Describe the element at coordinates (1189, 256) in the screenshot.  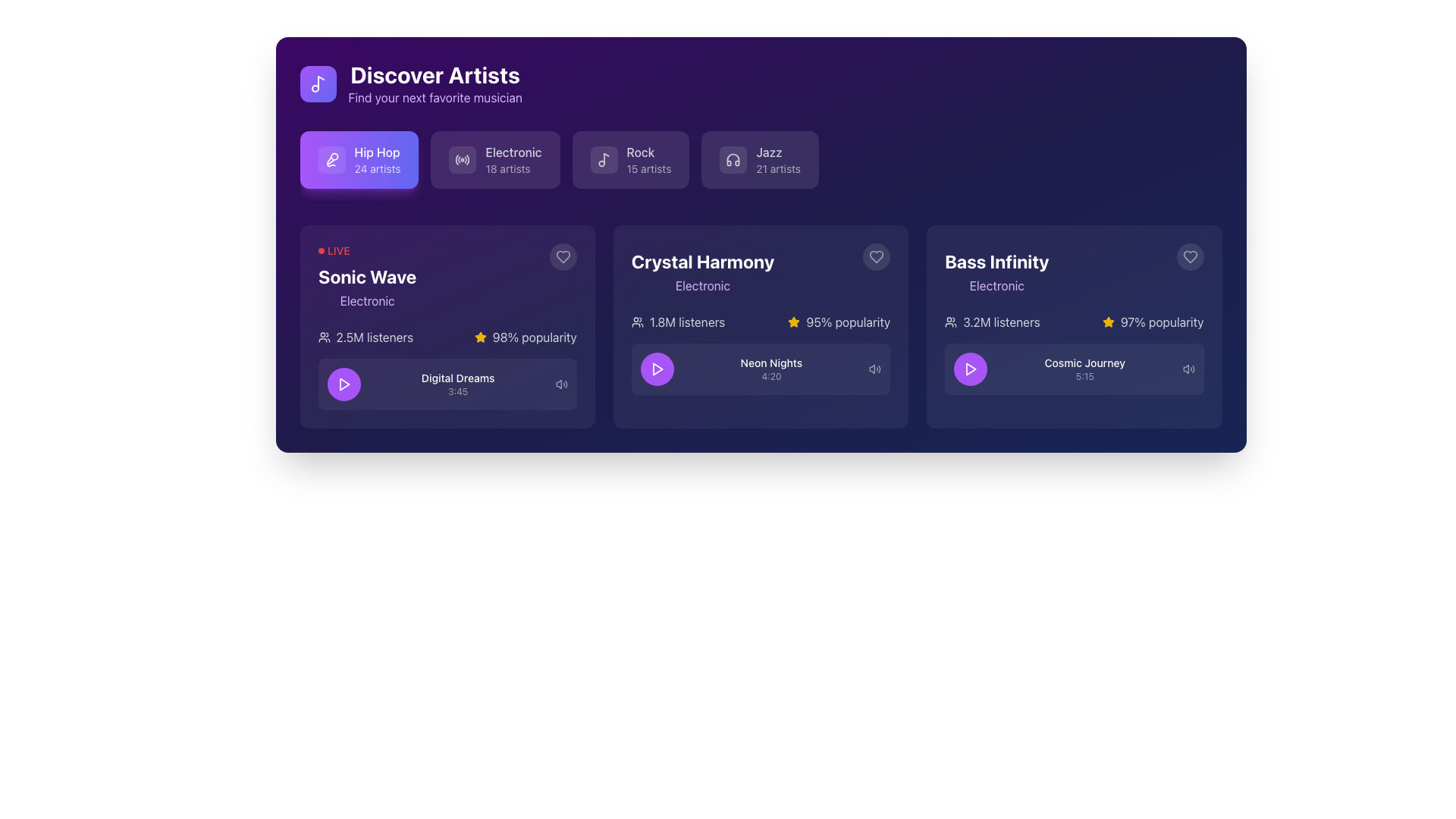
I see `the circular button with a faintly visible heart icon located at the top-right corner of the 'Bass Infinity' card` at that location.